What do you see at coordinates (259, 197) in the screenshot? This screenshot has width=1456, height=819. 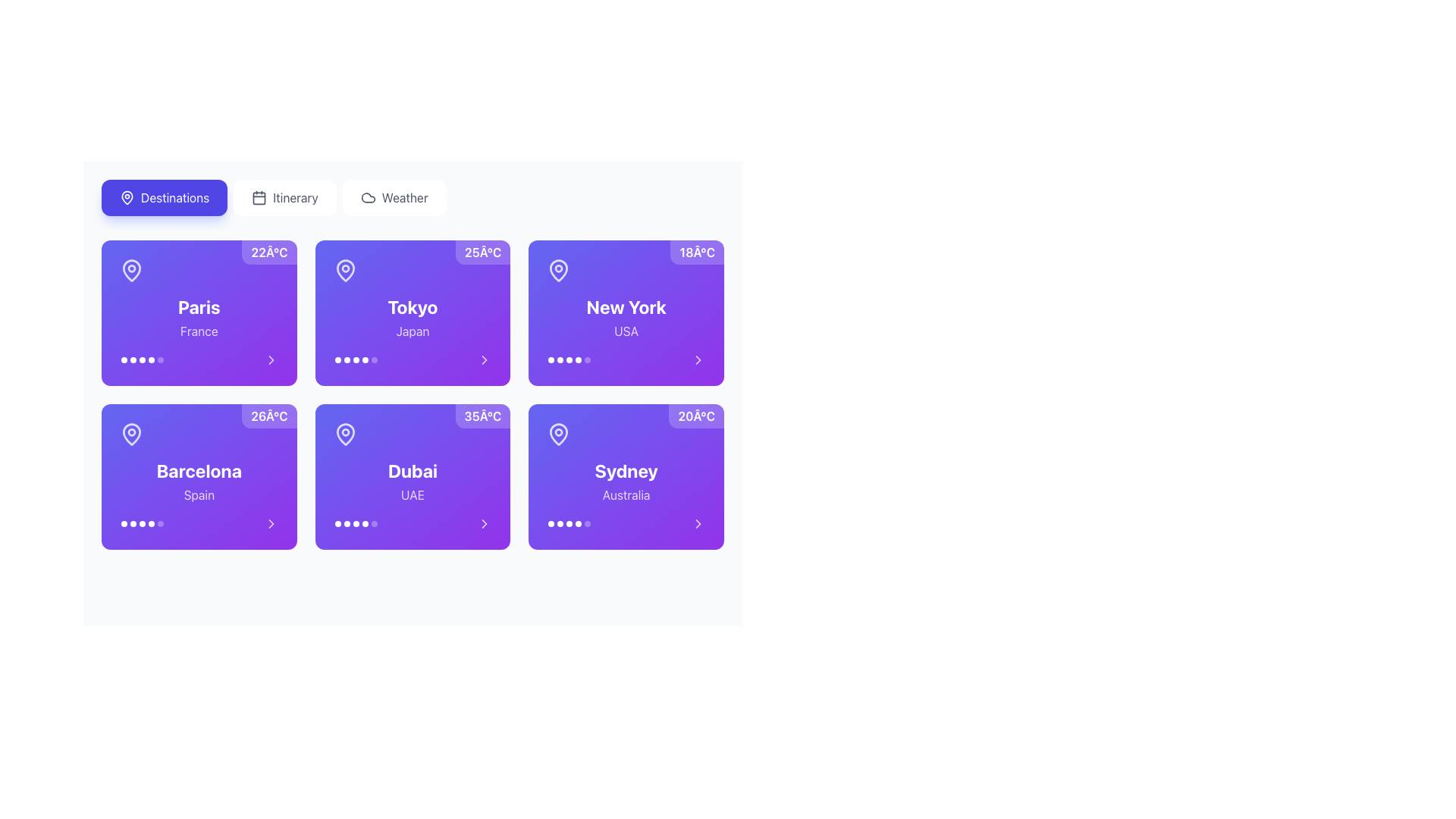 I see `the compact calendar icon located to the left side of the 'Itinerary' button in the navigation bar to invoke the button's functionality` at bounding box center [259, 197].